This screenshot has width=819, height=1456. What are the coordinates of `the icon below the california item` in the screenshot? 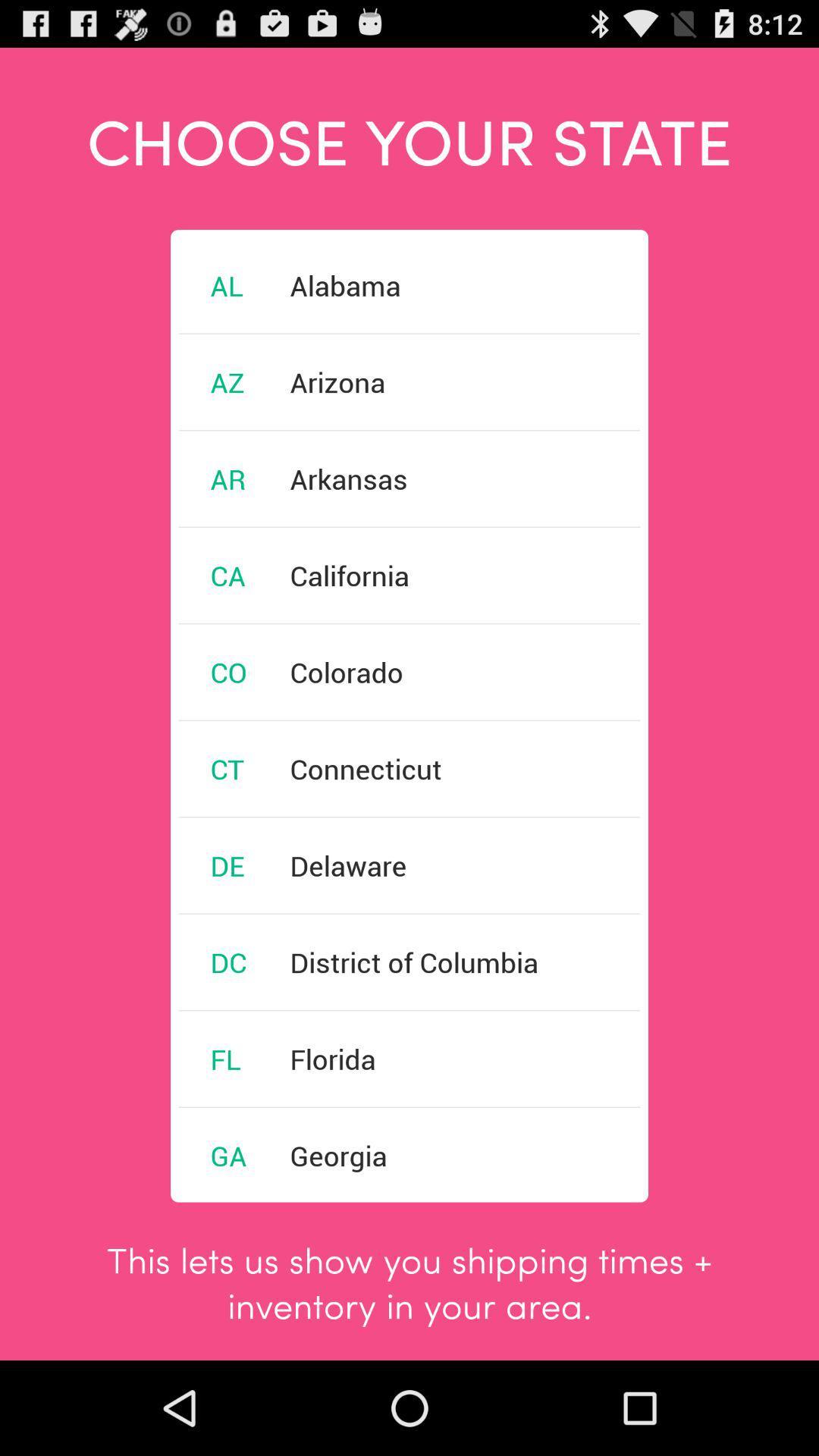 It's located at (347, 671).